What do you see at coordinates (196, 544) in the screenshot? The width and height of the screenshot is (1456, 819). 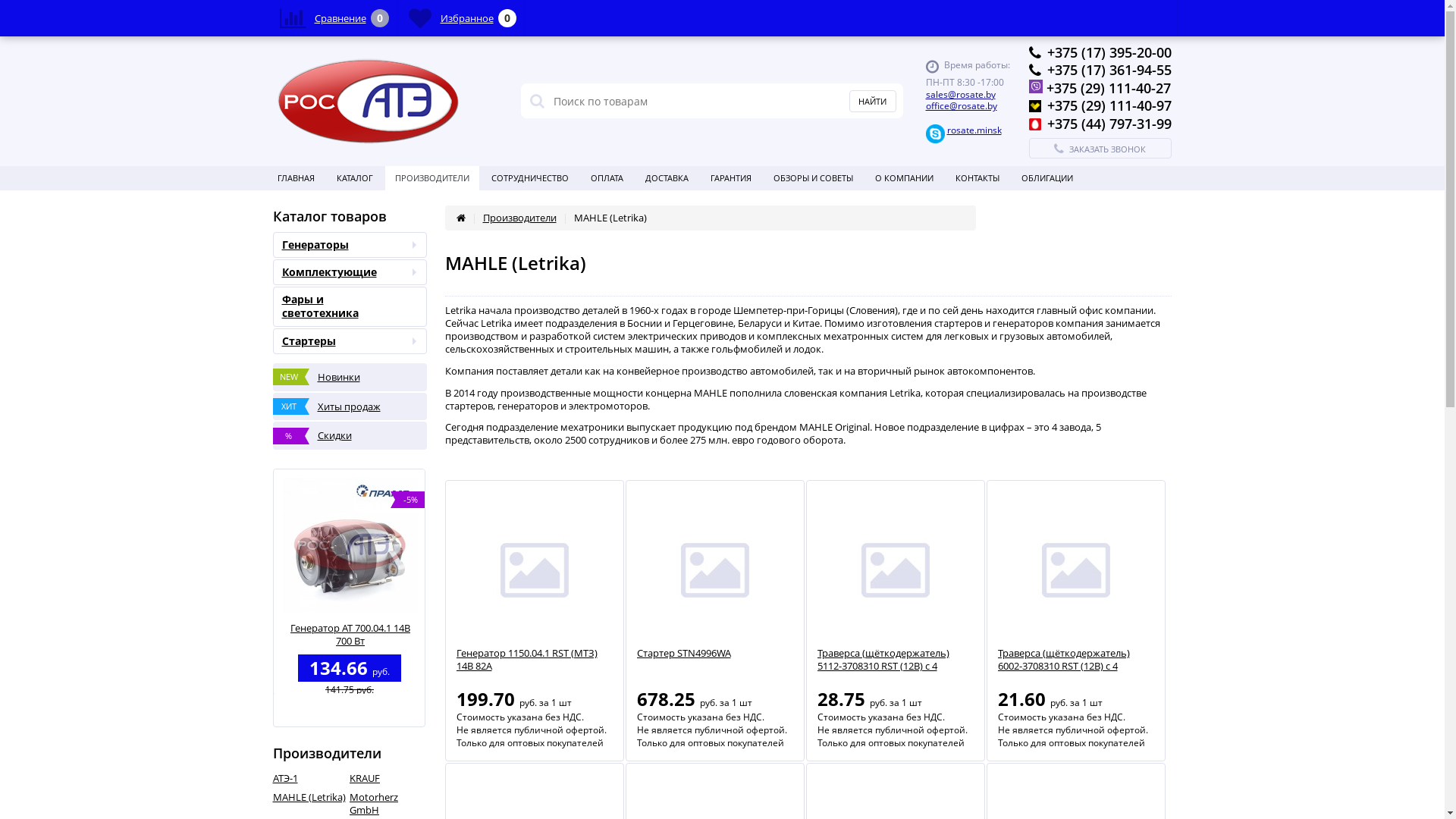 I see `'-5%'` at bounding box center [196, 544].